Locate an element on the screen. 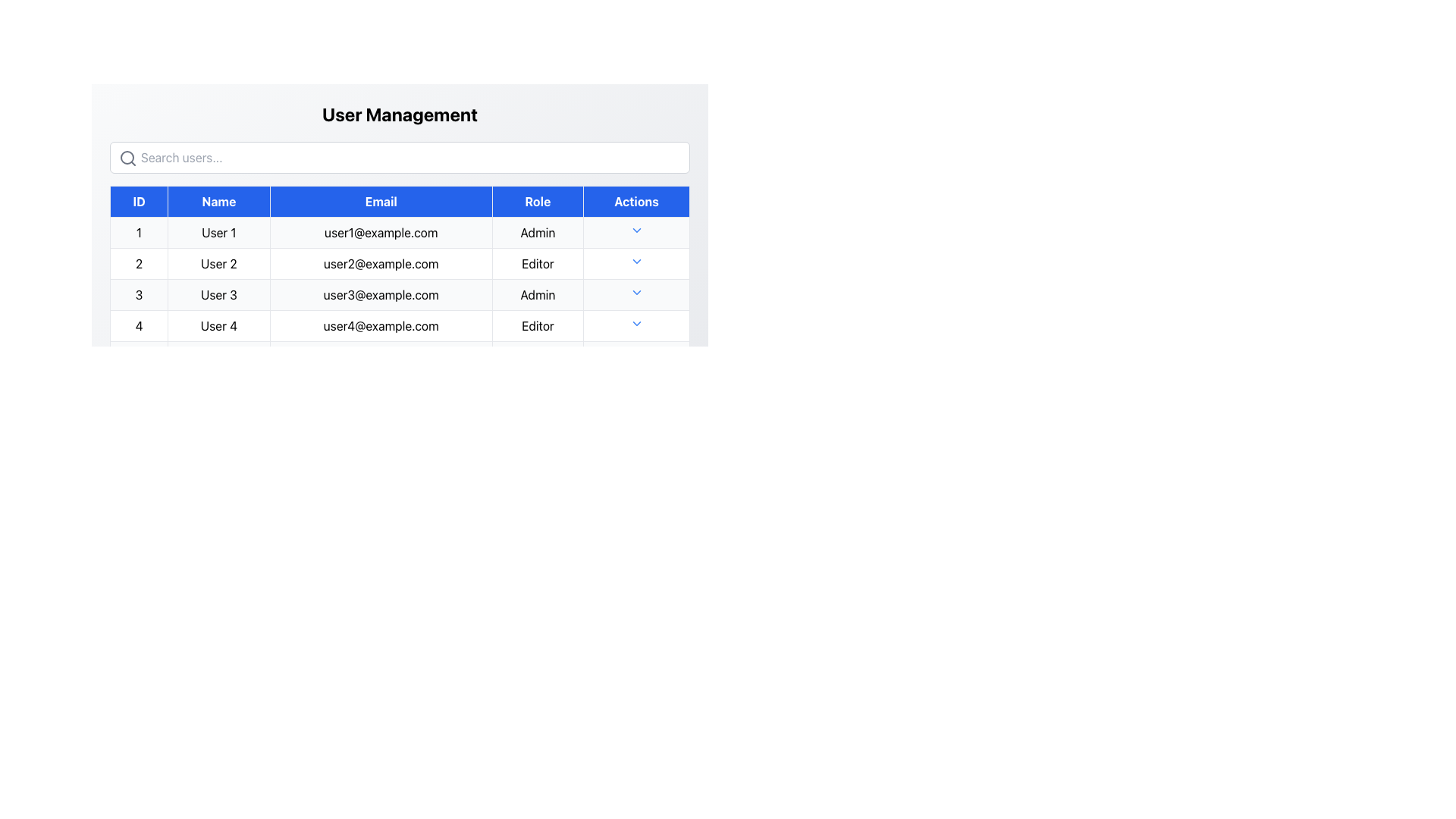 Image resolution: width=1456 pixels, height=819 pixels. the numeric text label '4' in the first column of the fourth row of the table is located at coordinates (139, 325).